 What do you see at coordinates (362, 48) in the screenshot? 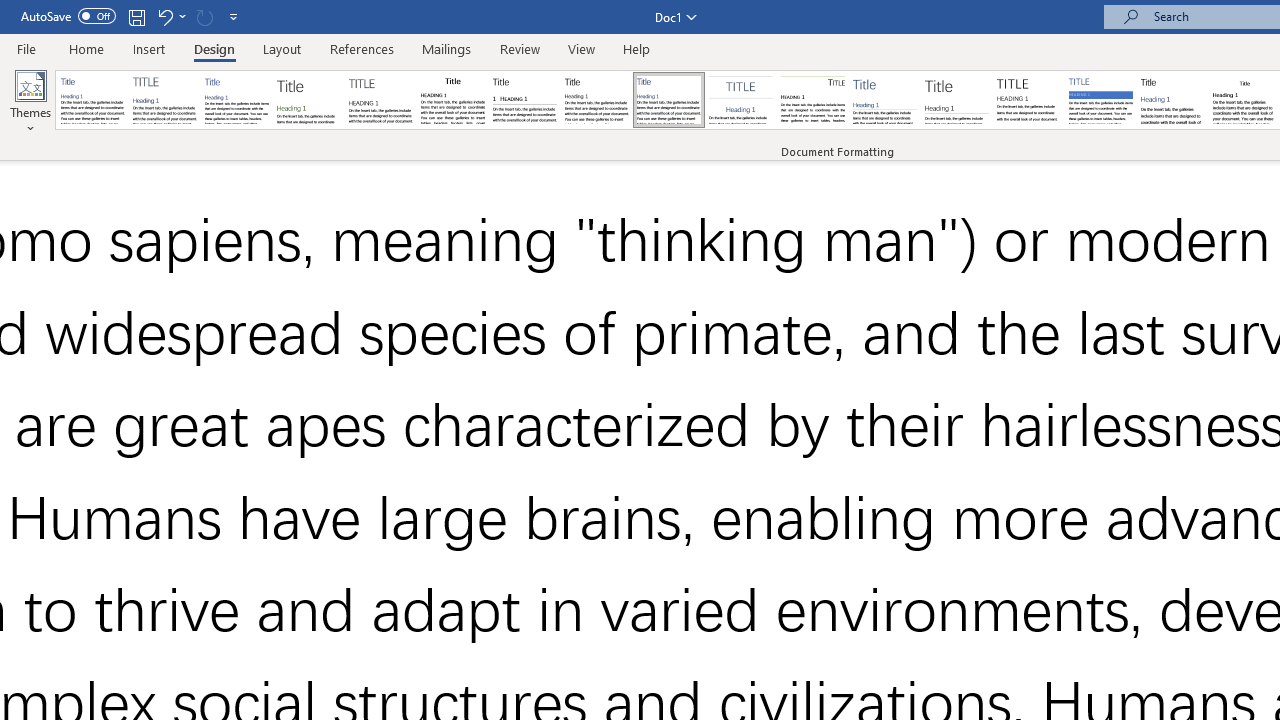
I see `'References'` at bounding box center [362, 48].